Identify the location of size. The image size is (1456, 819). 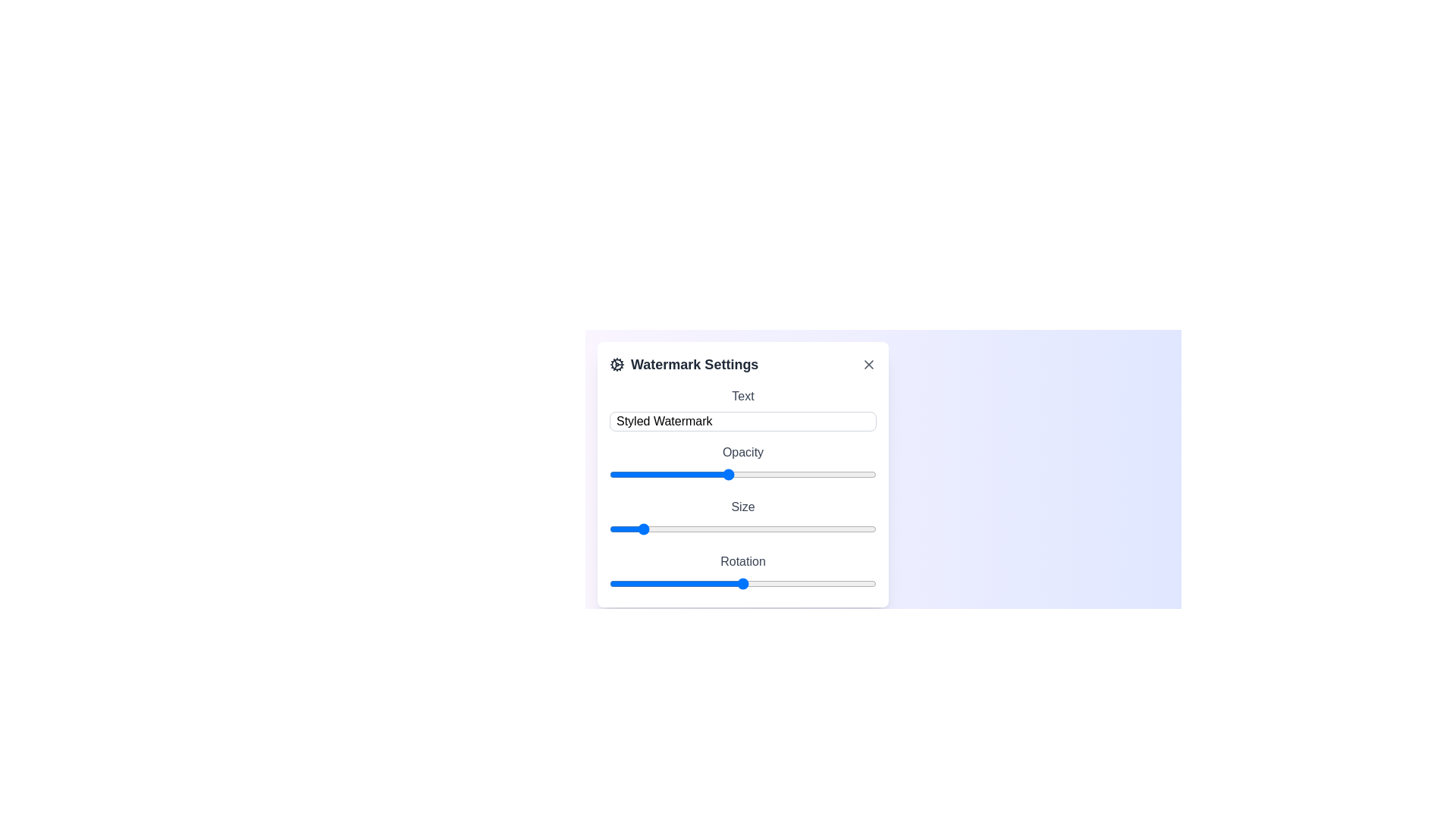
(736, 529).